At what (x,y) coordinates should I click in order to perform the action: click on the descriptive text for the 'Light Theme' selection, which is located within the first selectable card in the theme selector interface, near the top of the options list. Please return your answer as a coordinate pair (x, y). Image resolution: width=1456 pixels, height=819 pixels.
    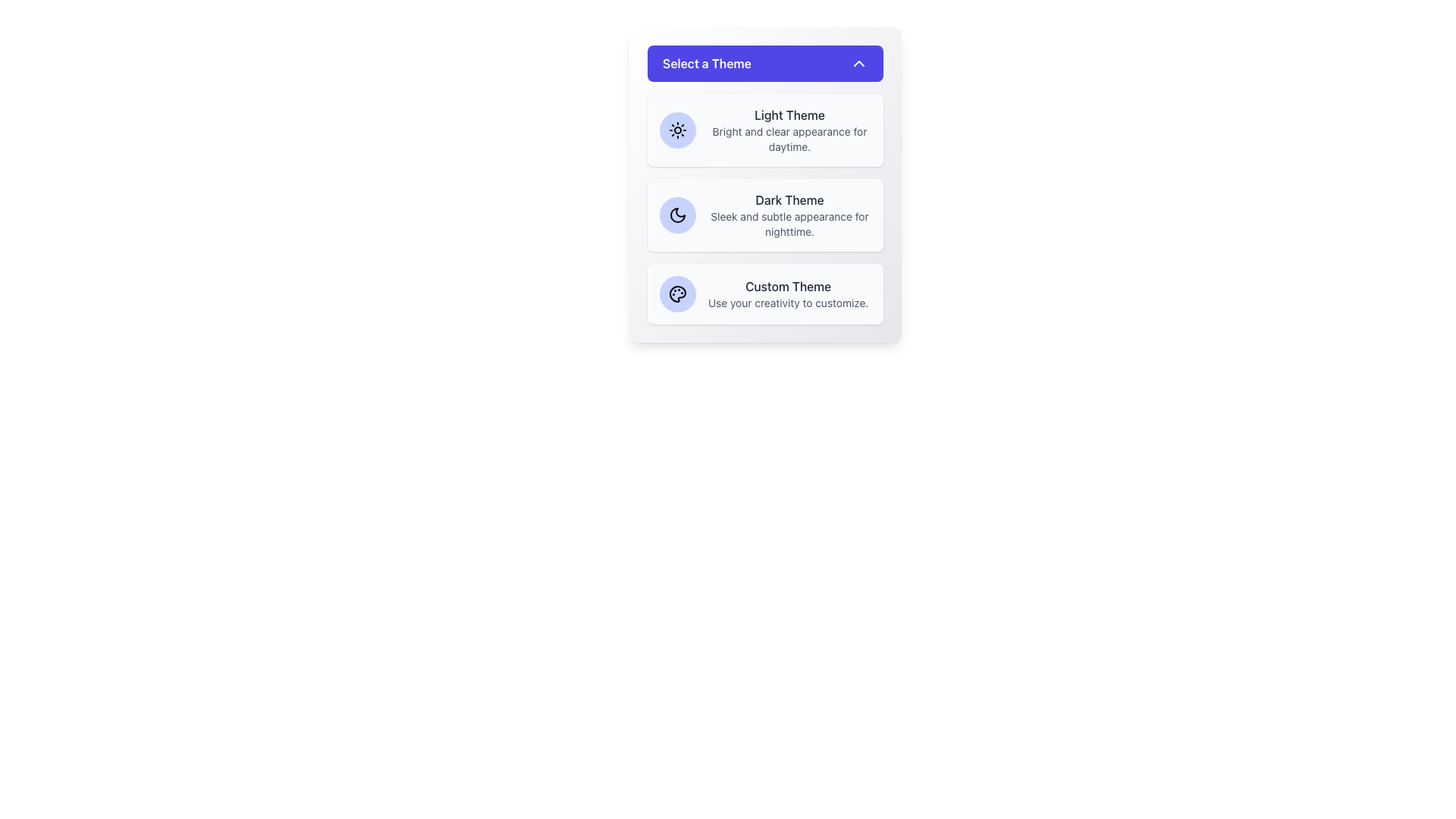
    Looking at the image, I should click on (789, 130).